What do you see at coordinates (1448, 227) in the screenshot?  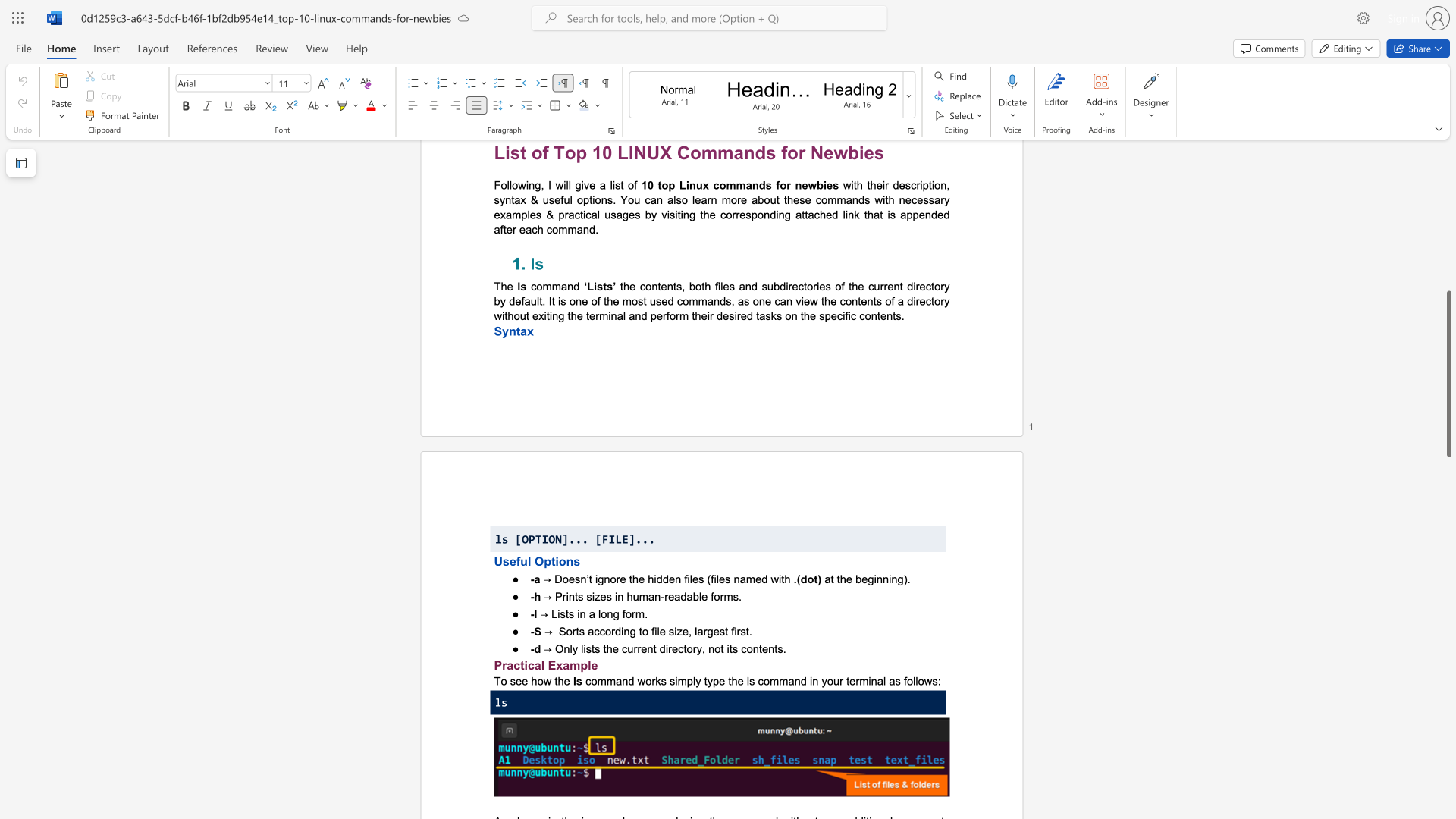 I see `the page's right scrollbar for upward movement` at bounding box center [1448, 227].